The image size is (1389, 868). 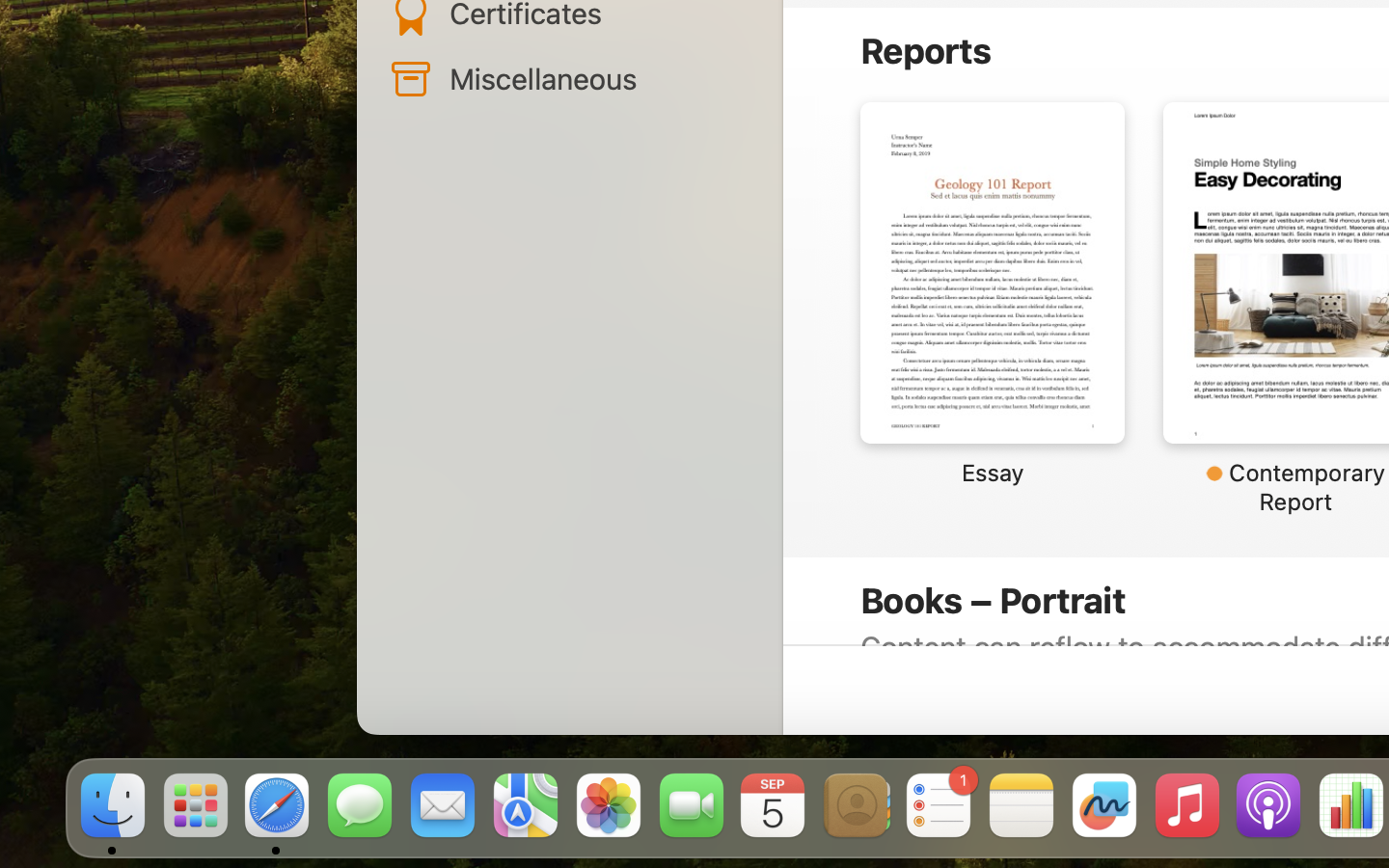 I want to click on 'Miscellaneous', so click(x=597, y=77).